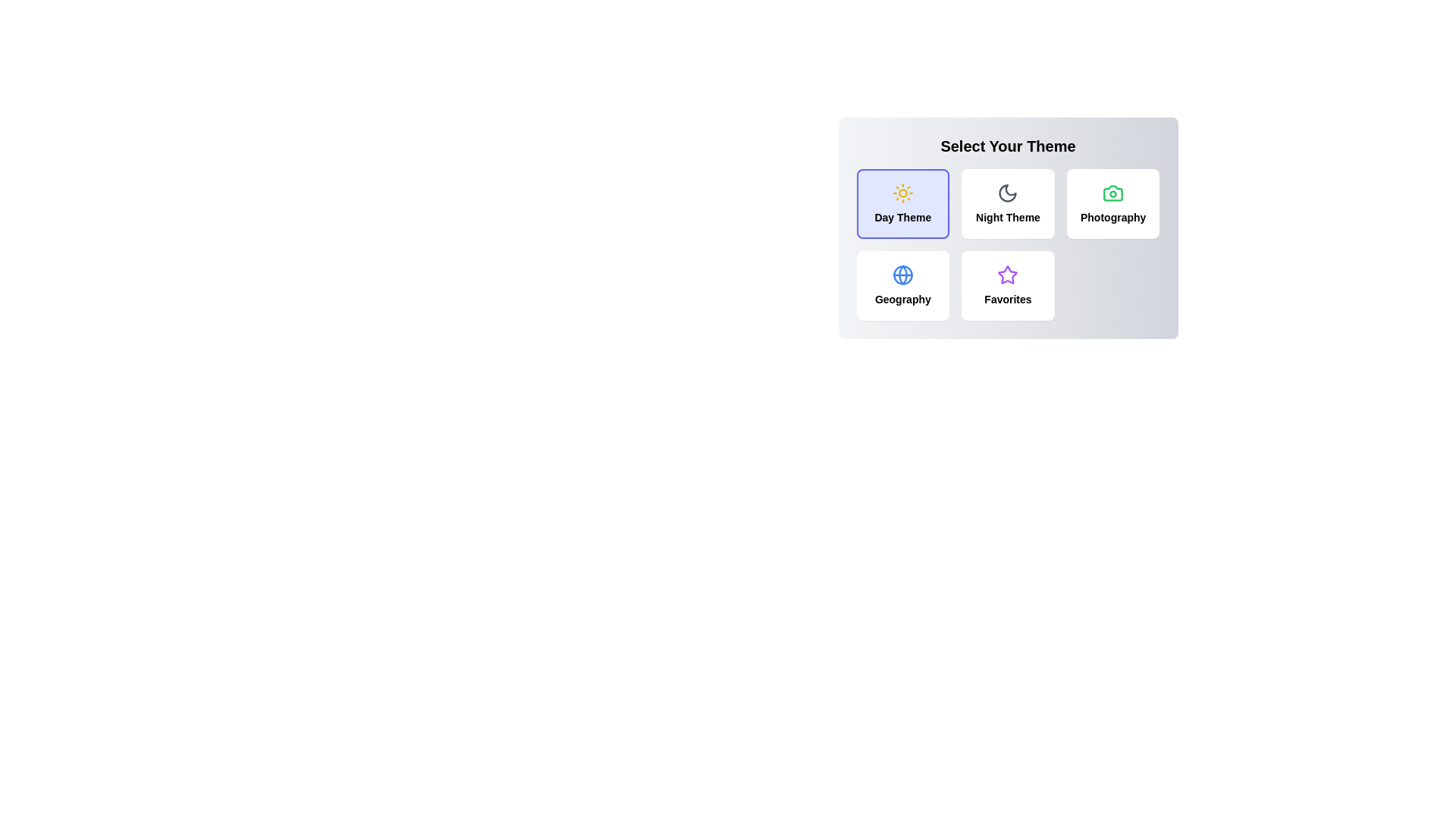 Image resolution: width=1456 pixels, height=819 pixels. Describe the element at coordinates (1008, 203) in the screenshot. I see `the 'Night Theme' button located in the second column of the first row of the grid layout` at that location.